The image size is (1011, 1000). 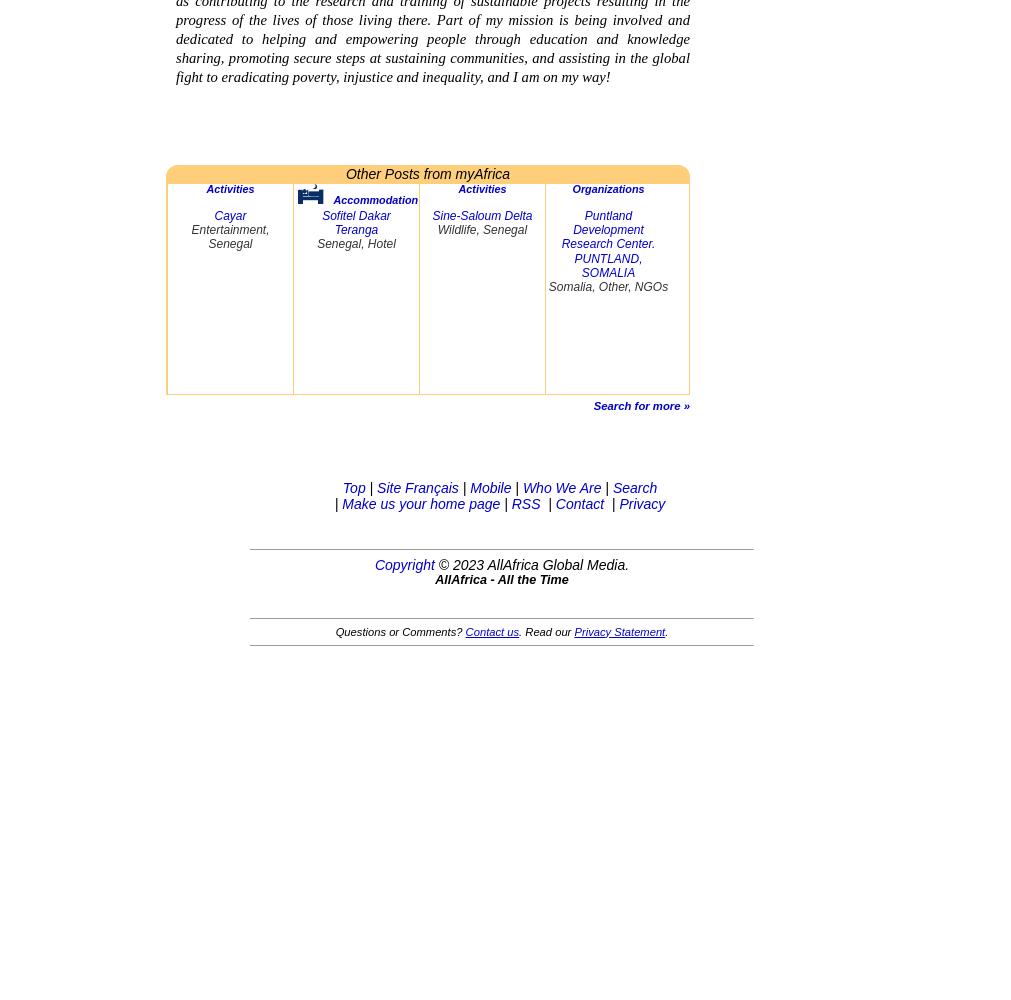 What do you see at coordinates (546, 631) in the screenshot?
I see `'.
Read our'` at bounding box center [546, 631].